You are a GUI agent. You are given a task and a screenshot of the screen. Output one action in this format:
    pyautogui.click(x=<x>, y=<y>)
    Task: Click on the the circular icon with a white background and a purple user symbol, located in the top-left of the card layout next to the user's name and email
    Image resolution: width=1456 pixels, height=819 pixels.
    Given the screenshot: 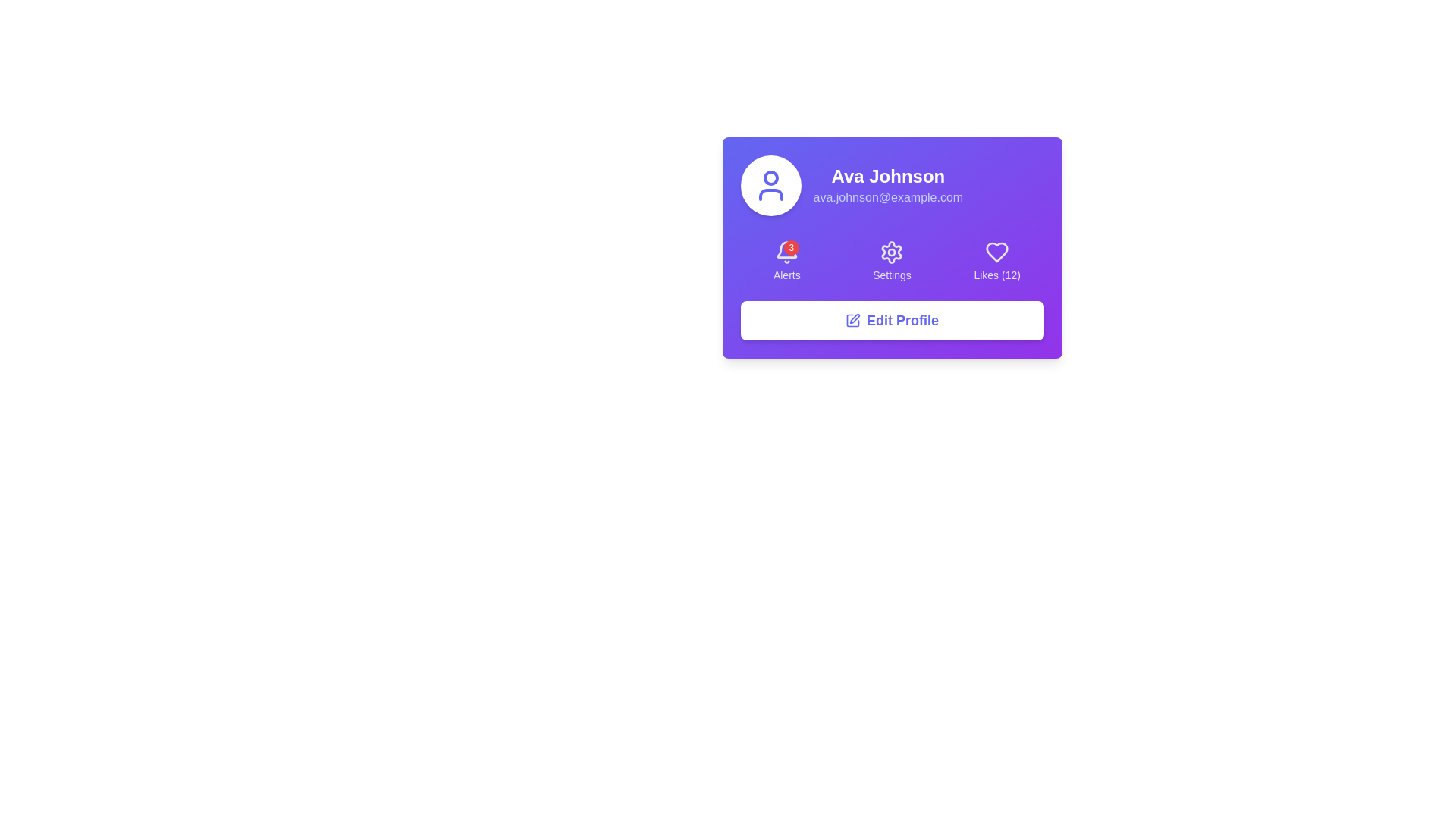 What is the action you would take?
    pyautogui.click(x=770, y=185)
    